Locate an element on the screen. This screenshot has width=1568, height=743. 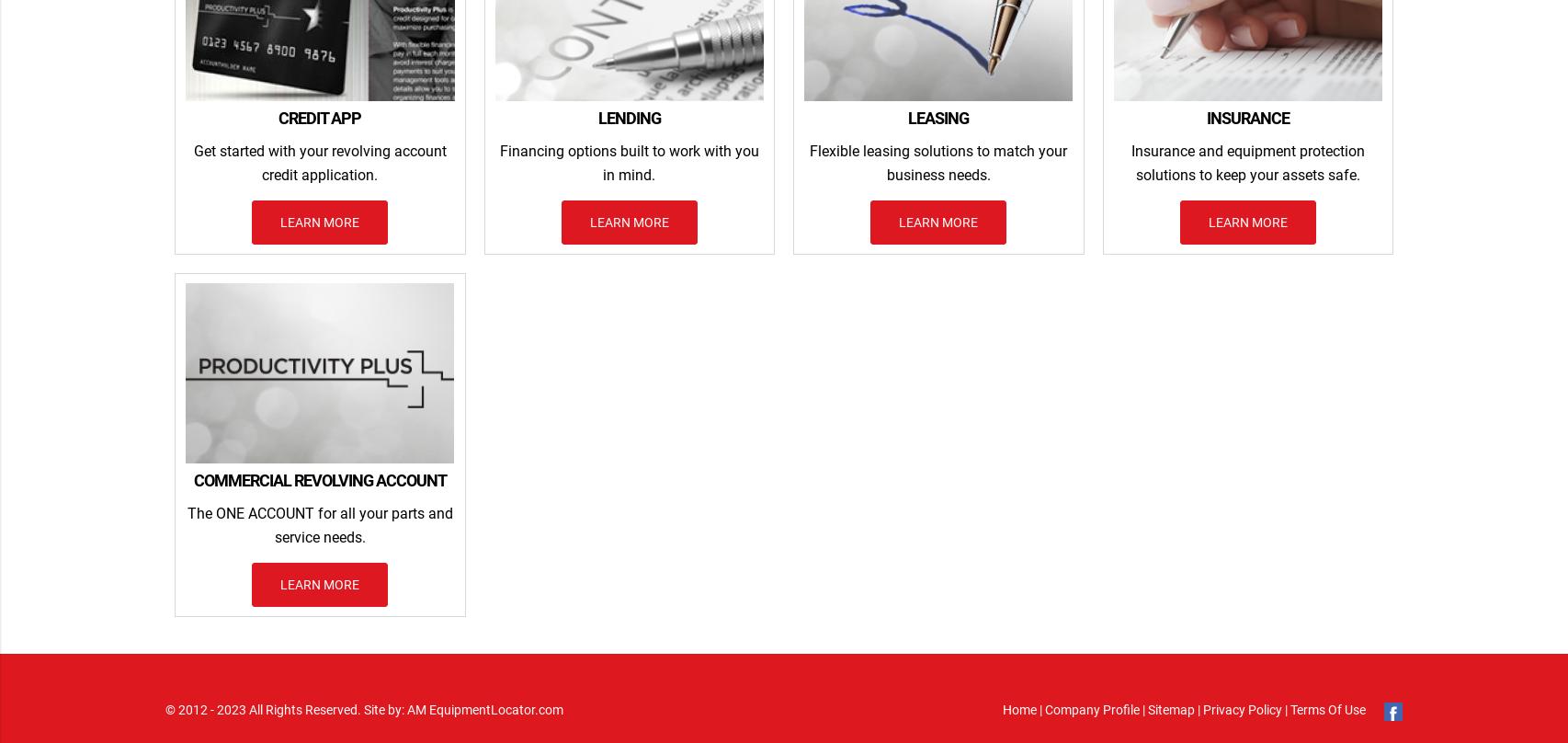
'Terms Of Use' is located at coordinates (1325, 707).